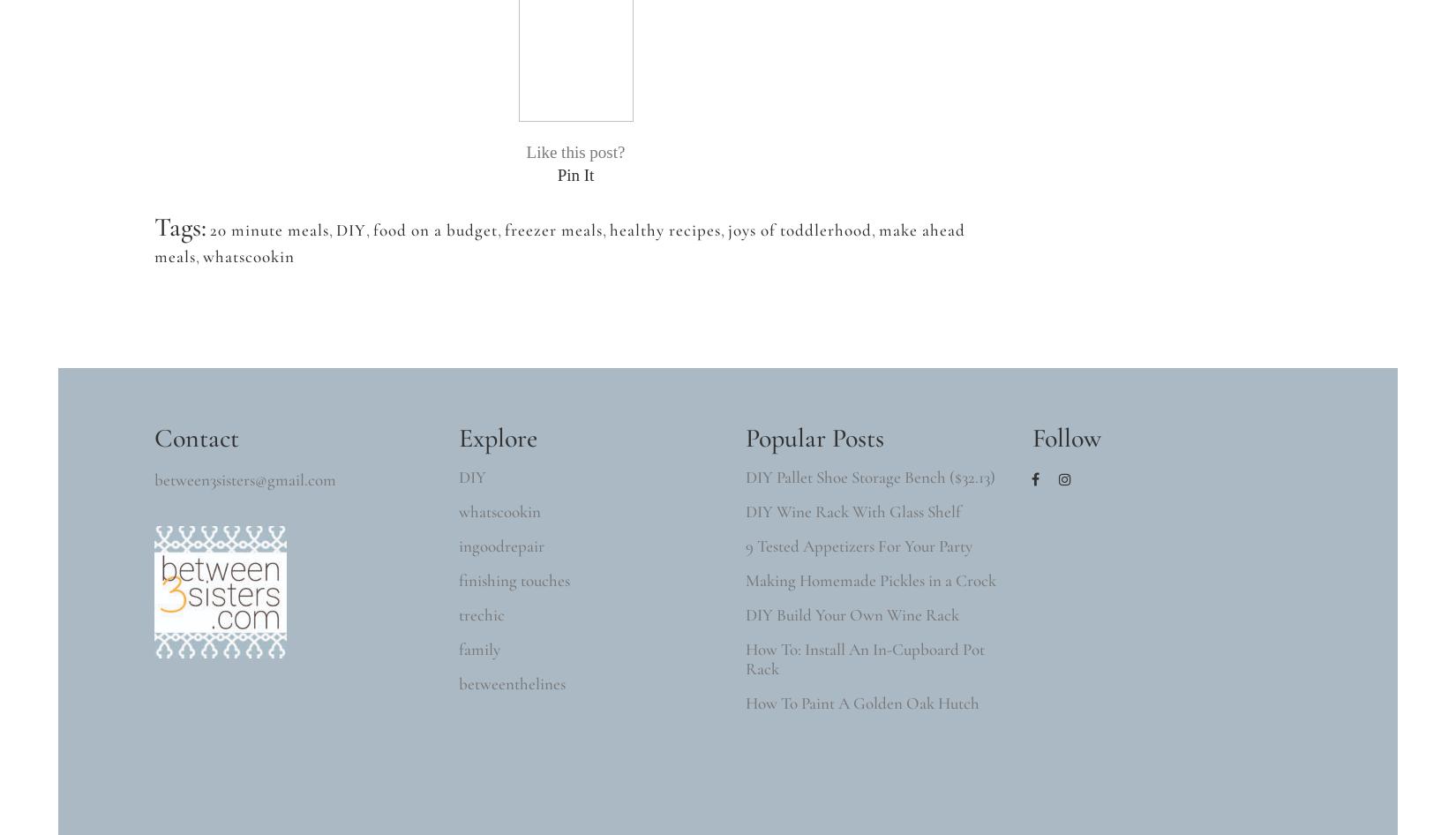 This screenshot has height=835, width=1456. Describe the element at coordinates (434, 229) in the screenshot. I see `'food on a budget'` at that location.